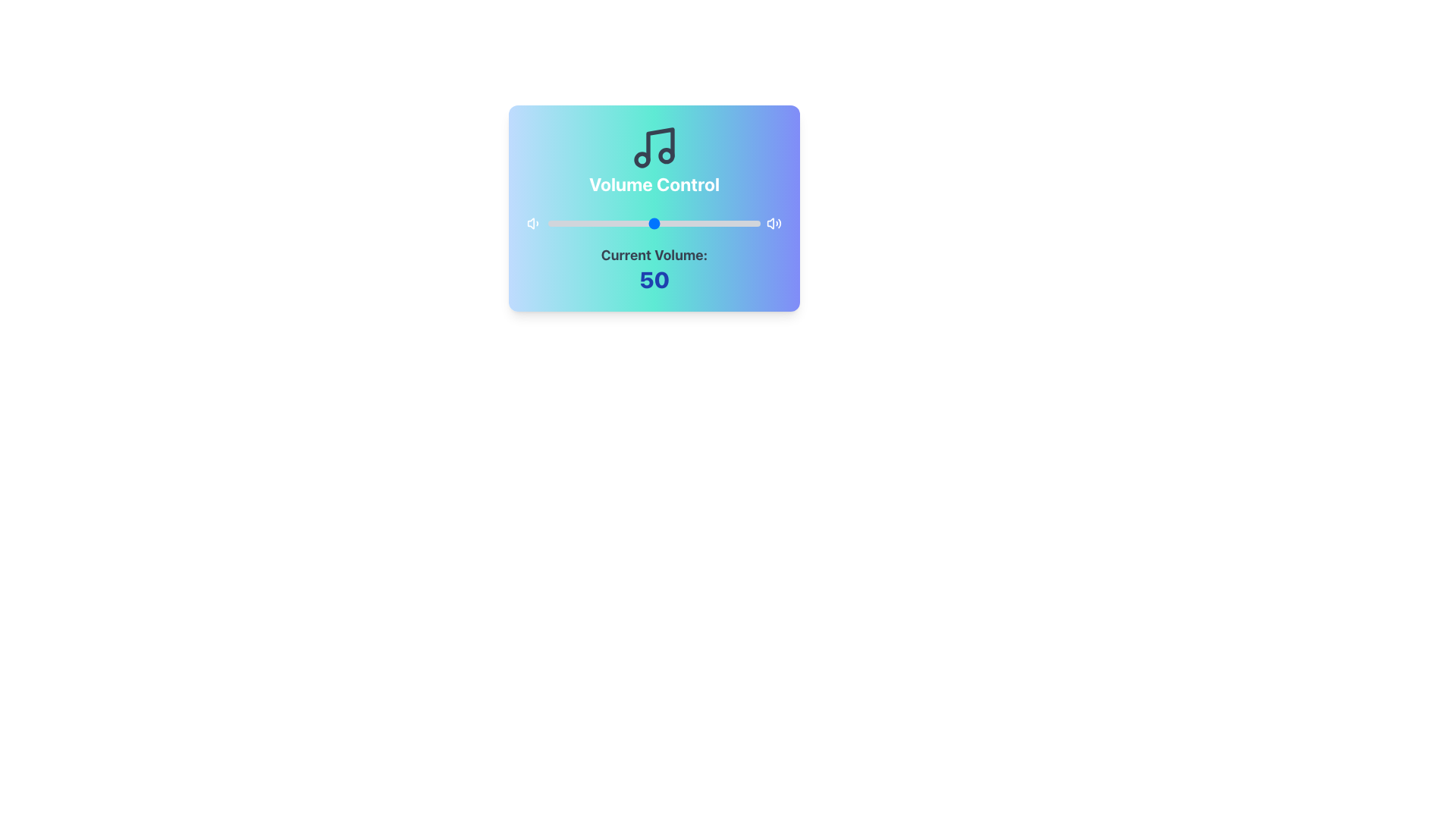 The image size is (1456, 819). Describe the element at coordinates (607, 223) in the screenshot. I see `the slider` at that location.